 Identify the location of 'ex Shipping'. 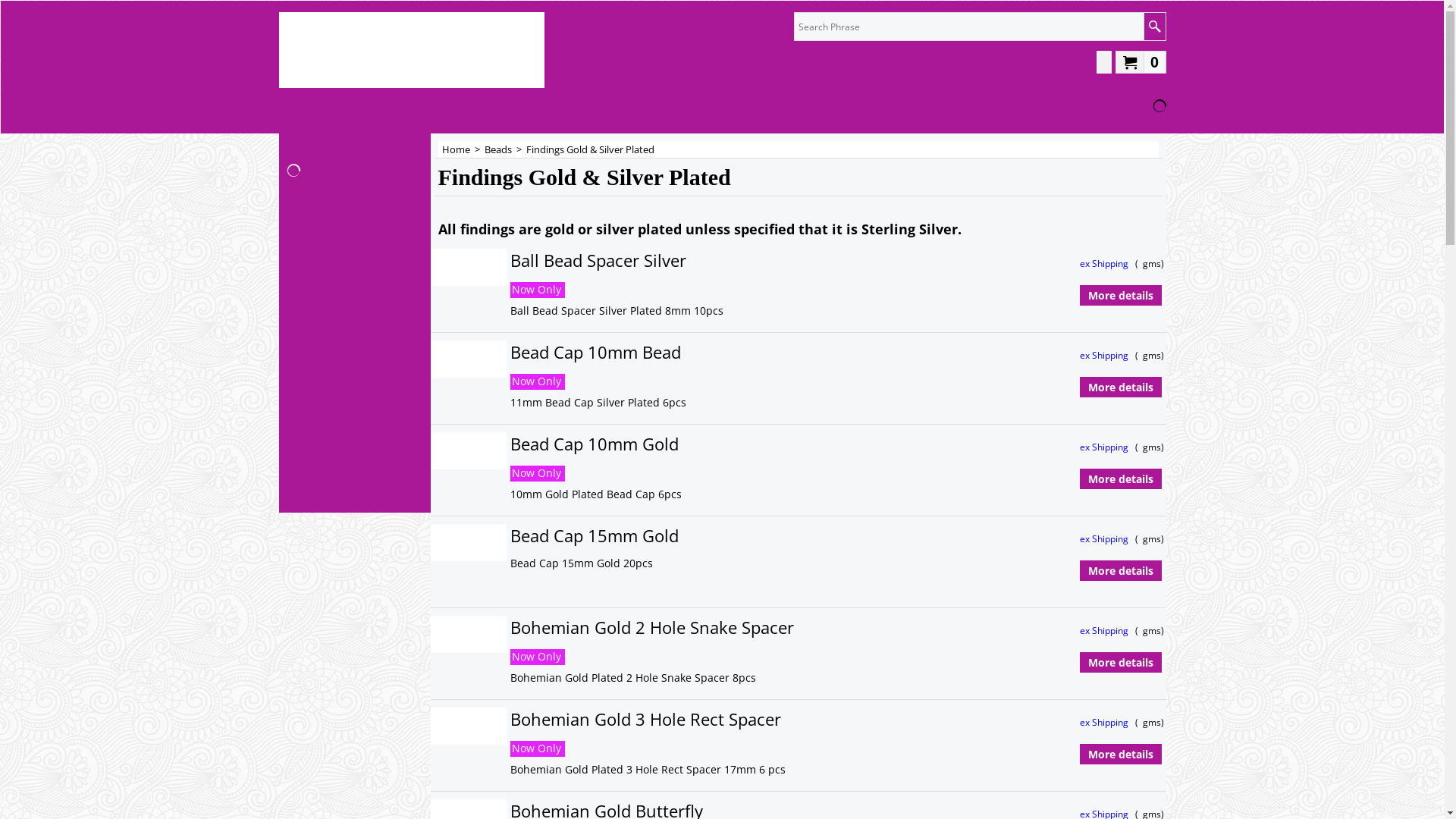
(1105, 446).